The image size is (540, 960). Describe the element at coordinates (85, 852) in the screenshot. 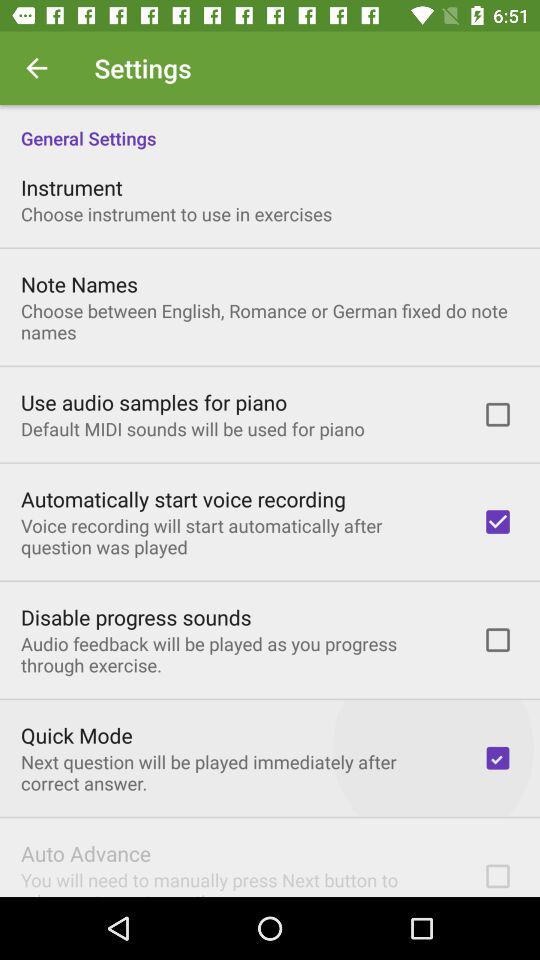

I see `the item below next question will icon` at that location.